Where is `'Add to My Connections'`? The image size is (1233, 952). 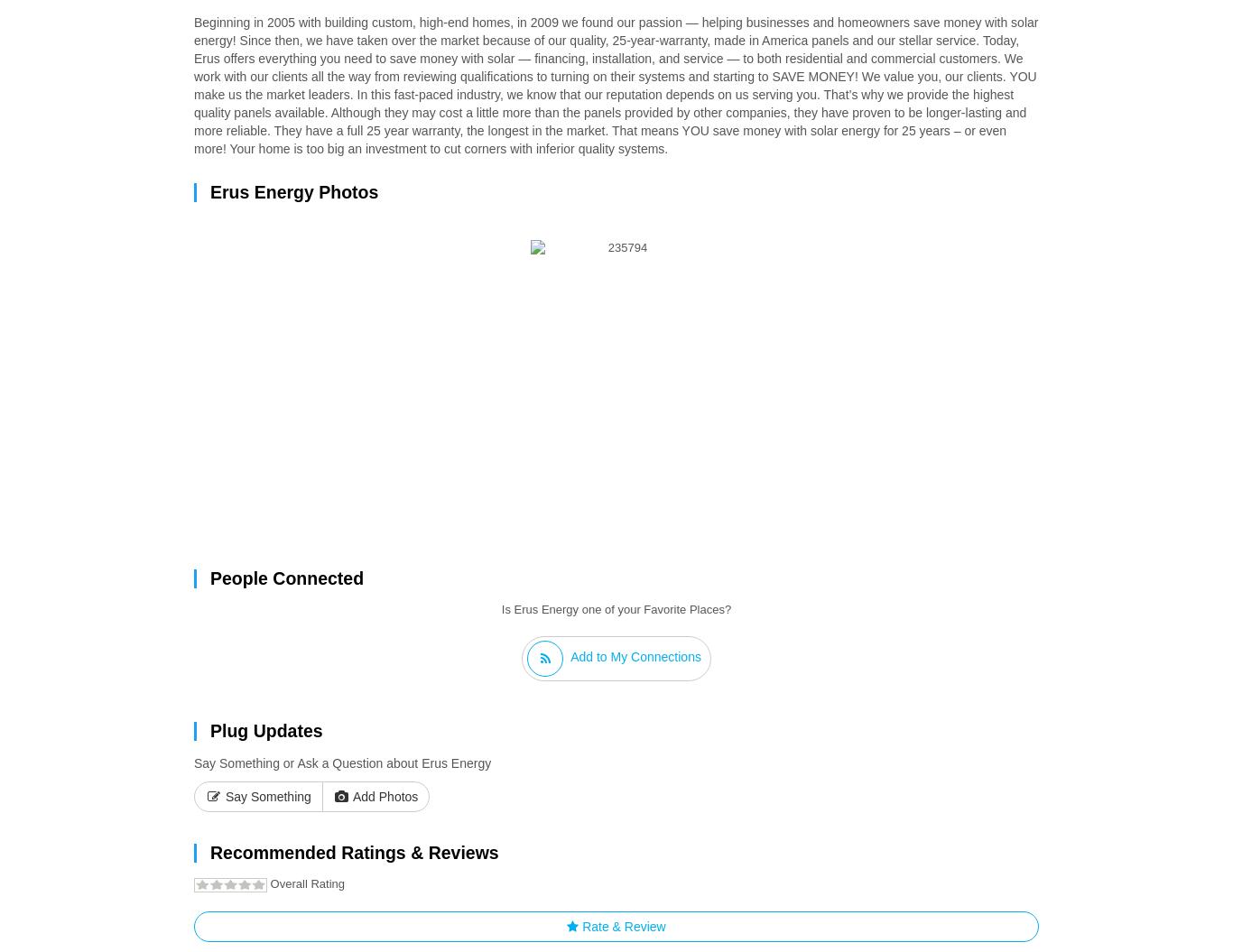 'Add to My Connections' is located at coordinates (634, 656).